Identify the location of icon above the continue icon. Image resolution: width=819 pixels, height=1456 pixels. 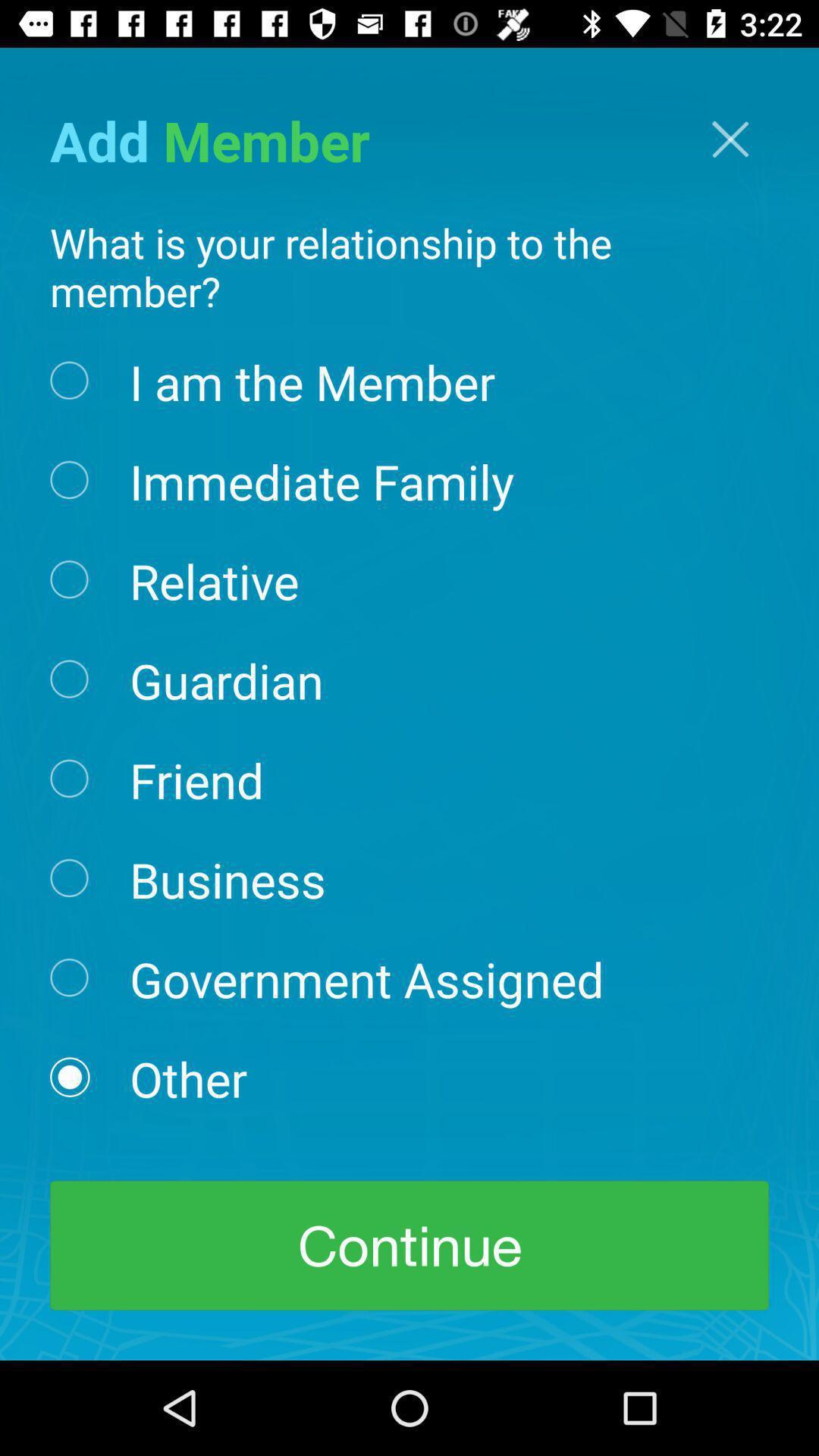
(187, 1077).